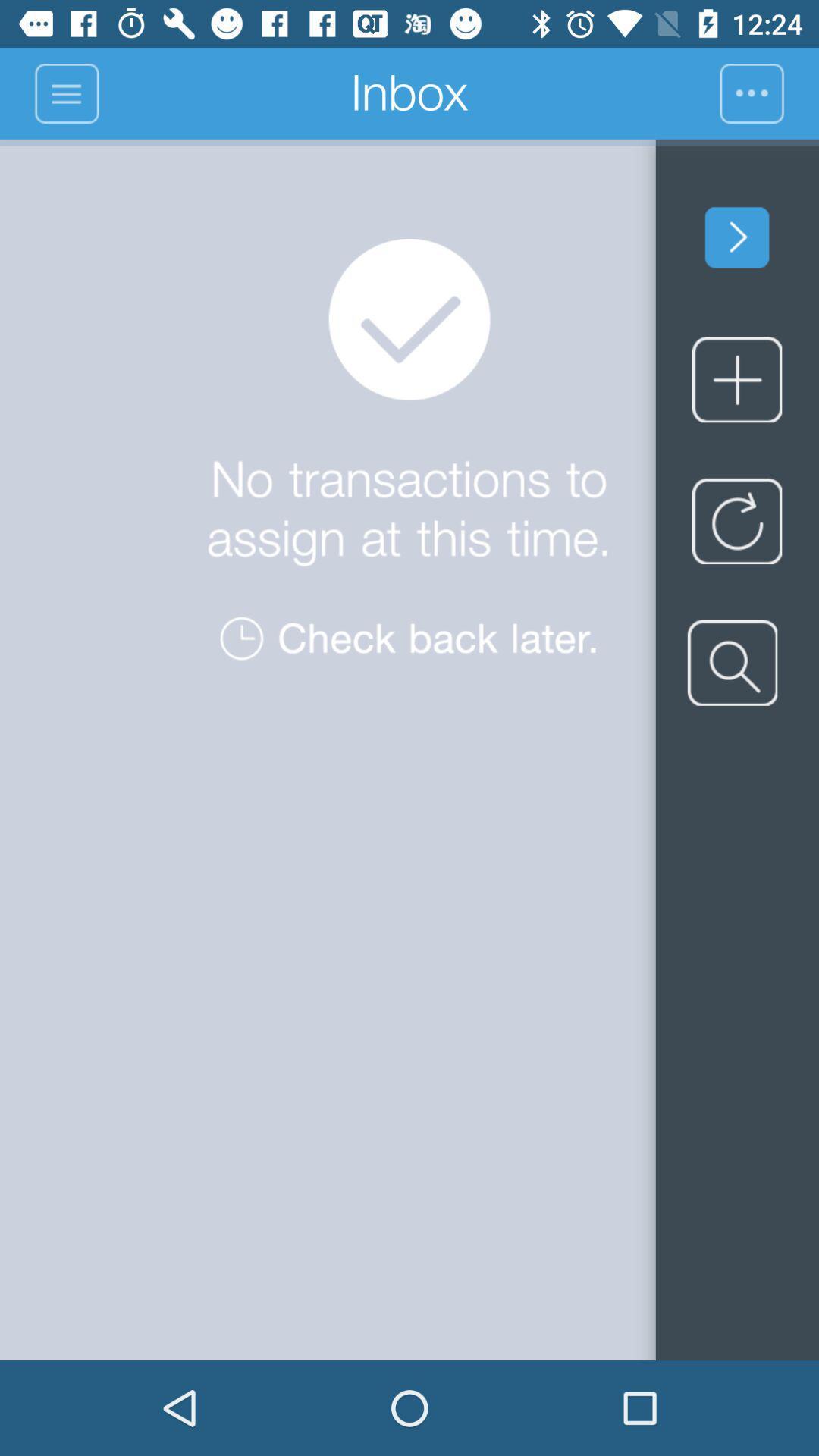  What do you see at coordinates (769, 93) in the screenshot?
I see `the icon next to the inbox` at bounding box center [769, 93].